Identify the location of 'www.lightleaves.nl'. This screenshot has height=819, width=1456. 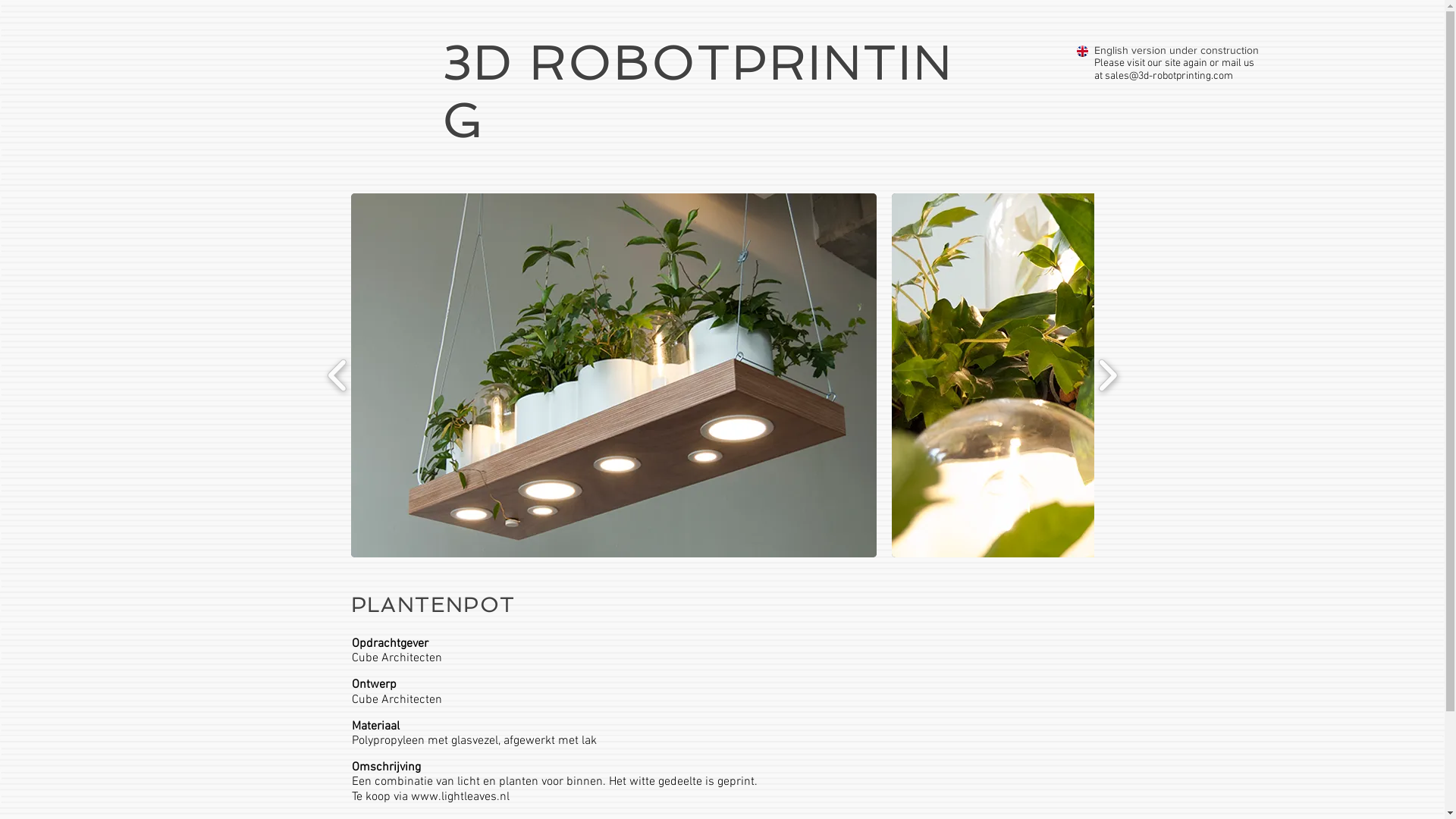
(459, 795).